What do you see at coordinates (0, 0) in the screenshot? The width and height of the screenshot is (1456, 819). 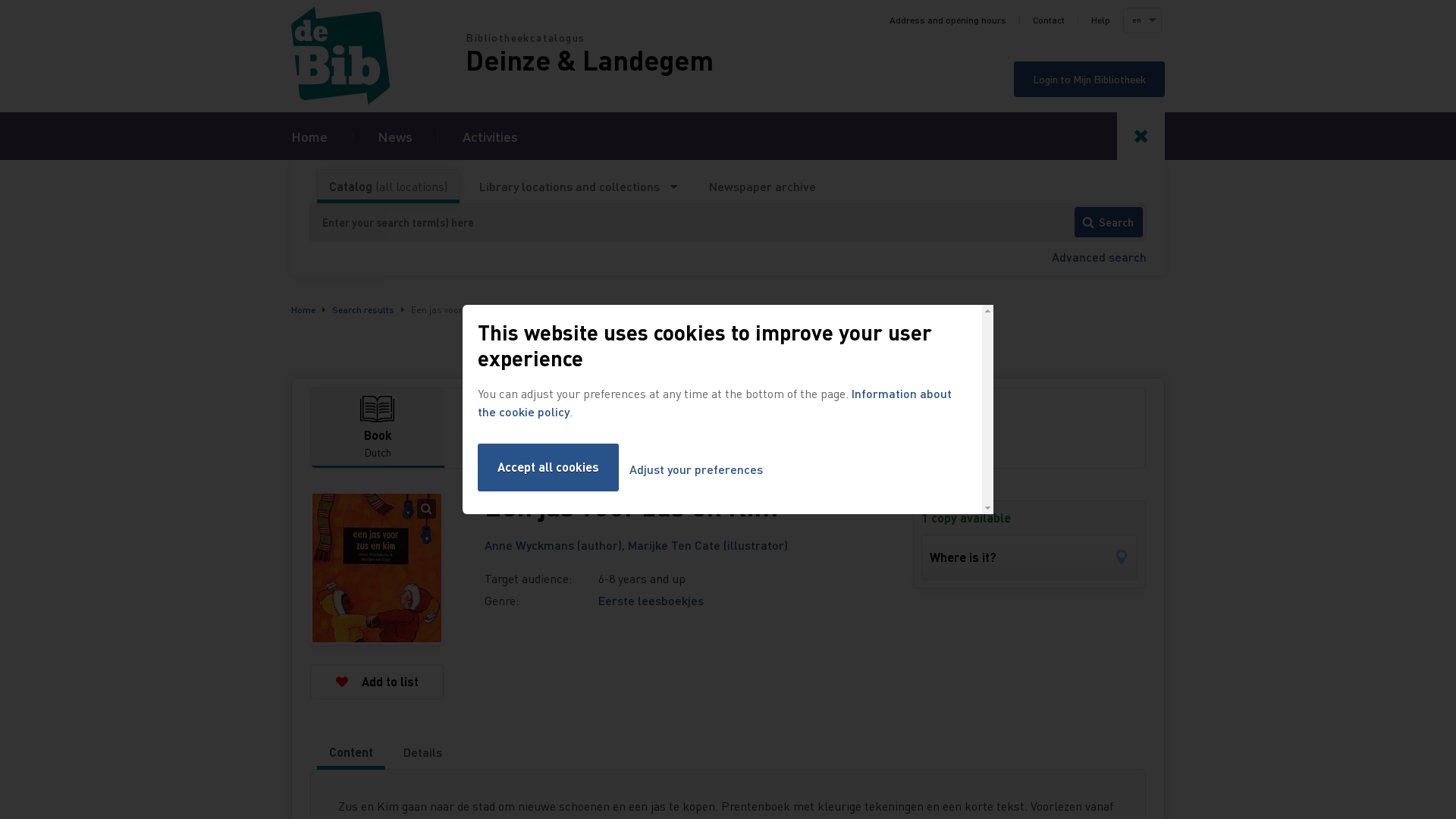 I see `'Skip to search'` at bounding box center [0, 0].